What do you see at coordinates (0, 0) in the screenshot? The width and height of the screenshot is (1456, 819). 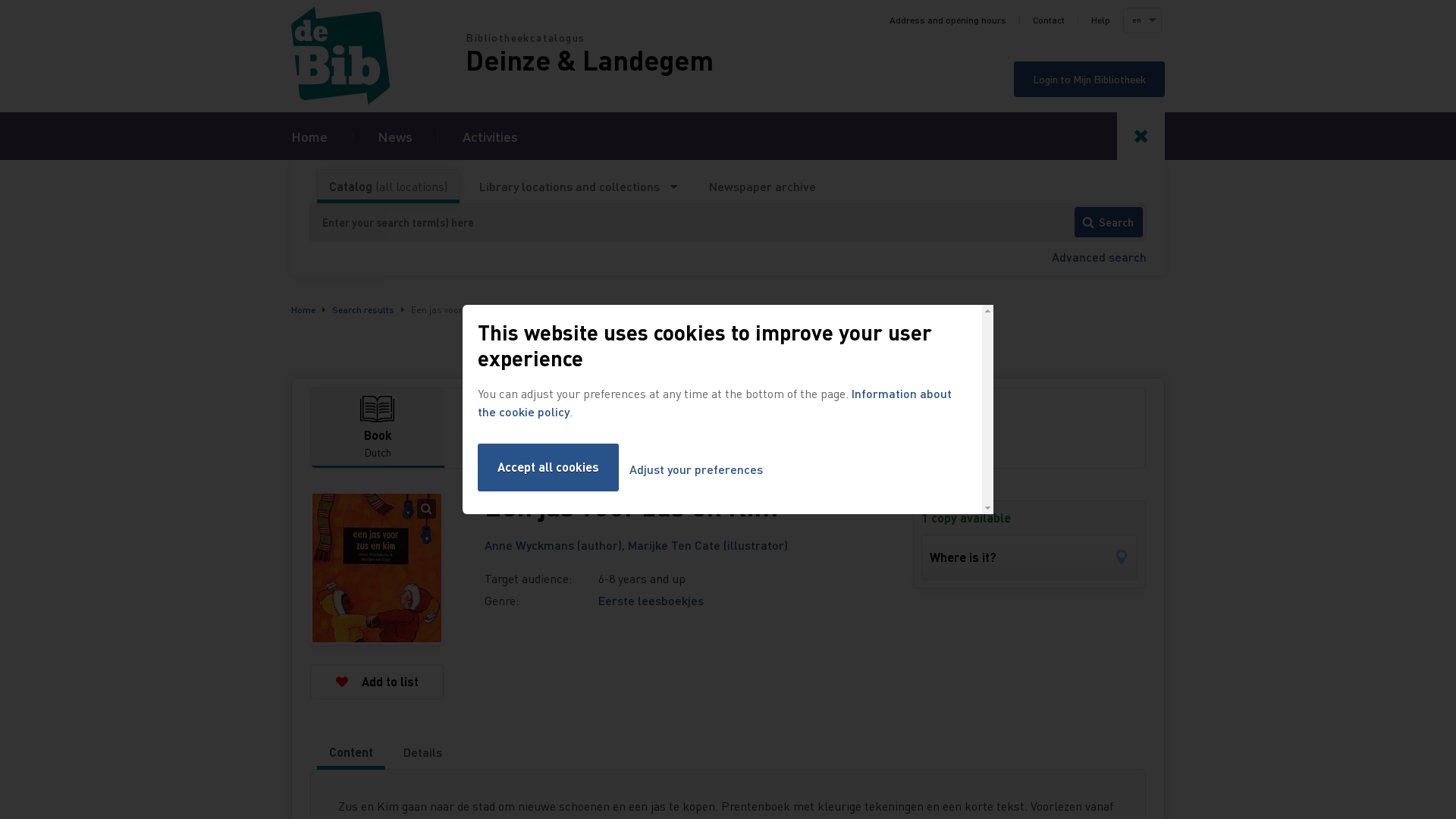 I see `'Skip to search'` at bounding box center [0, 0].